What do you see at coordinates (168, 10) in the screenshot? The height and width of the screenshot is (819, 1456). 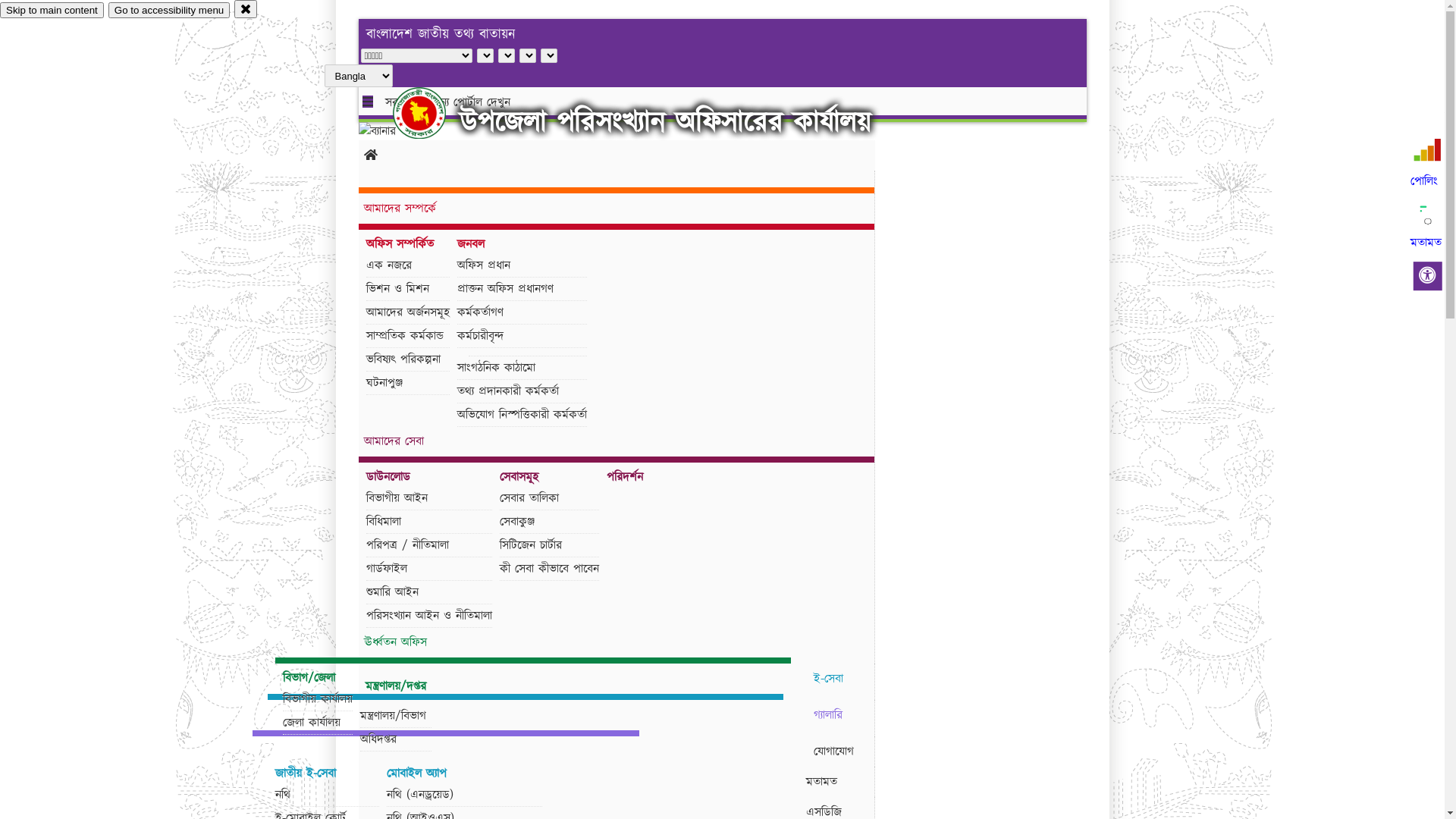 I see `'Go to accessibility menu'` at bounding box center [168, 10].